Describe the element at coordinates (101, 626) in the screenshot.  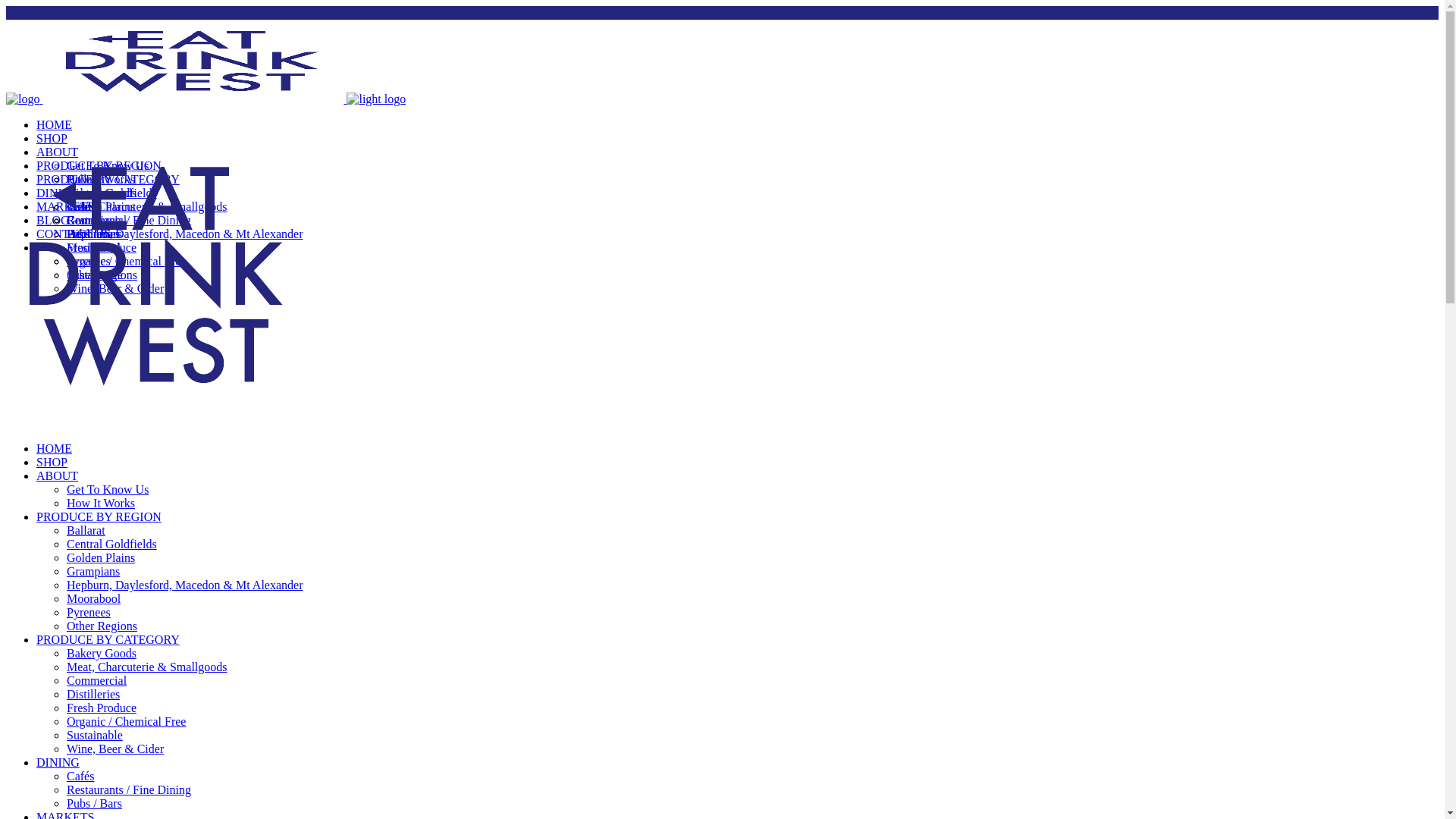
I see `'Other Regions'` at that location.